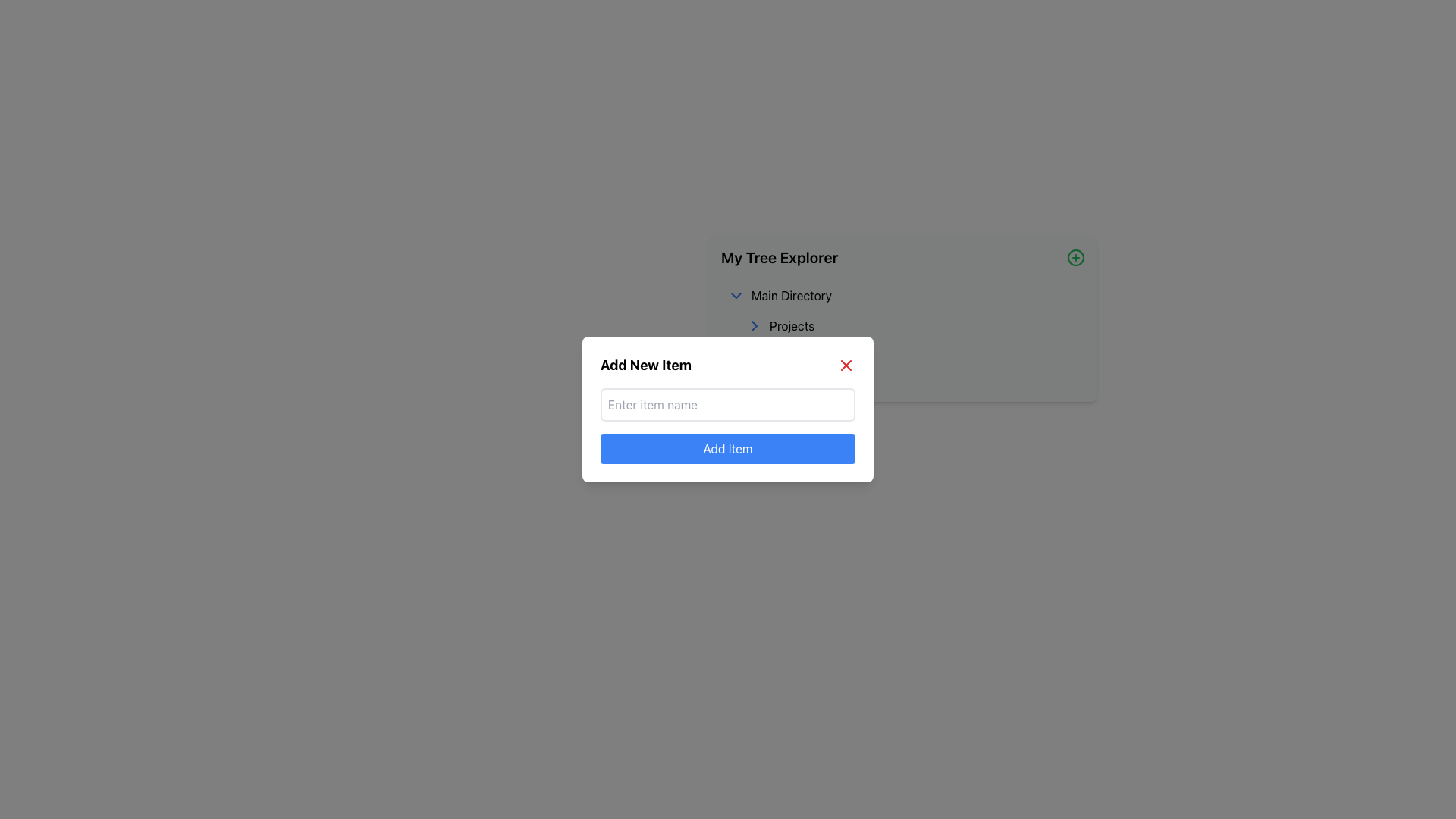 This screenshot has width=1456, height=819. I want to click on the Toggle button labeled 'Projects' in the tree explorer interface, so click(912, 325).